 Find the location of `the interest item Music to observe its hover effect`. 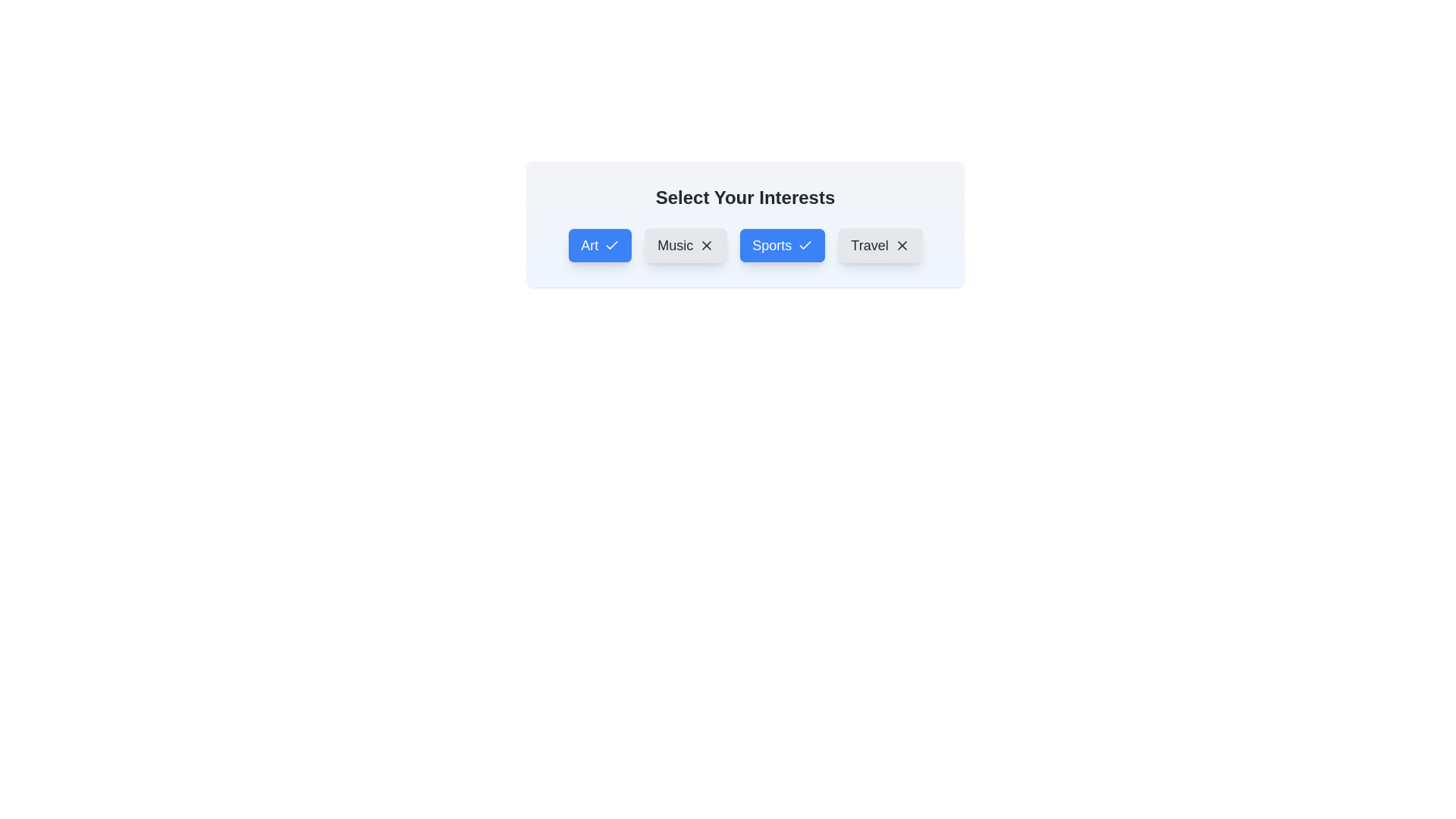

the interest item Music to observe its hover effect is located at coordinates (684, 245).